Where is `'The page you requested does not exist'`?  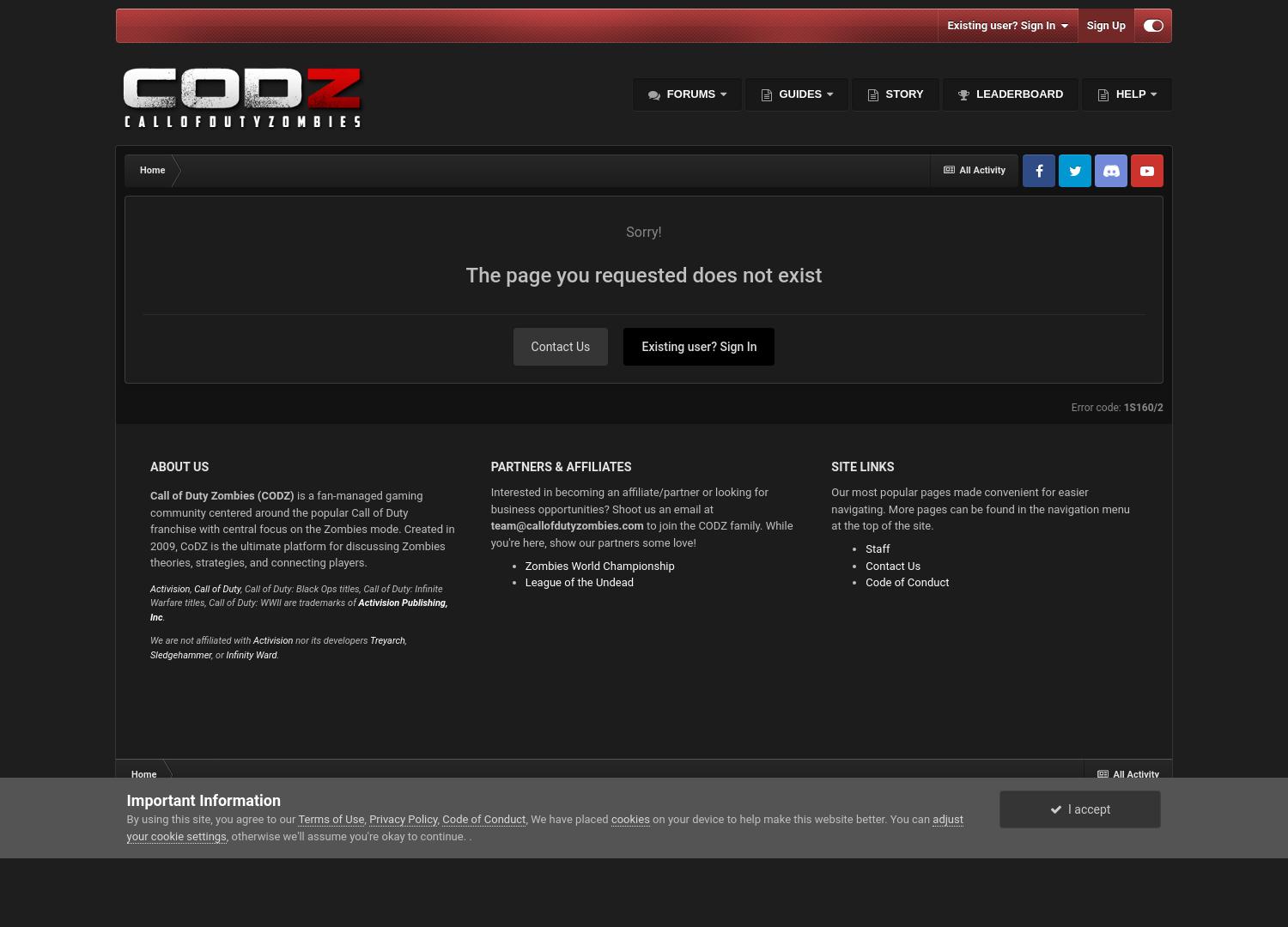 'The page you requested does not exist' is located at coordinates (642, 274).